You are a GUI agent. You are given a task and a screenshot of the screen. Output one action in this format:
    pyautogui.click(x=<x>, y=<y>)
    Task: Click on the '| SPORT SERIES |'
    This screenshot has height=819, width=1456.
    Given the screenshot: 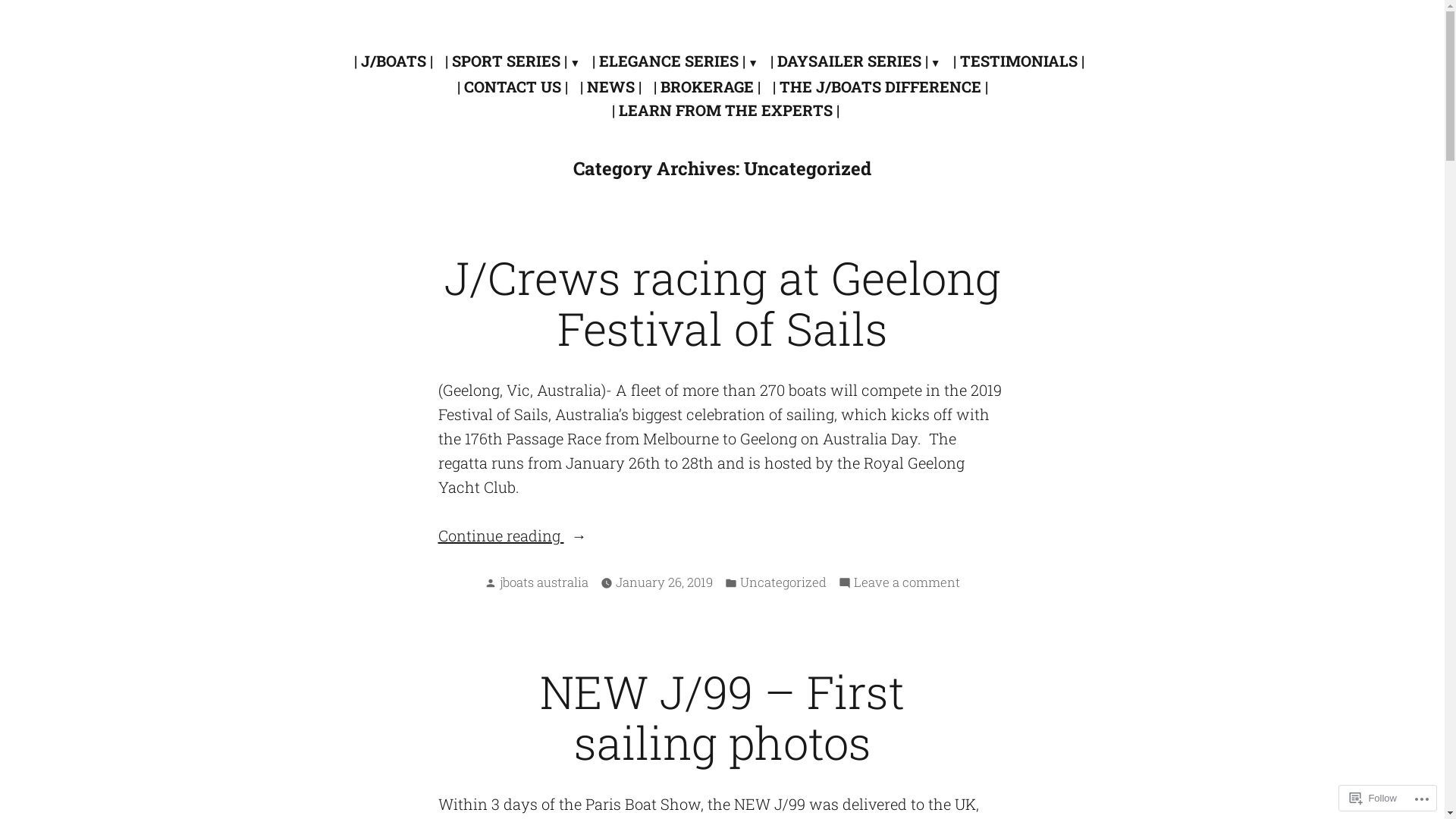 What is the action you would take?
    pyautogui.click(x=513, y=61)
    